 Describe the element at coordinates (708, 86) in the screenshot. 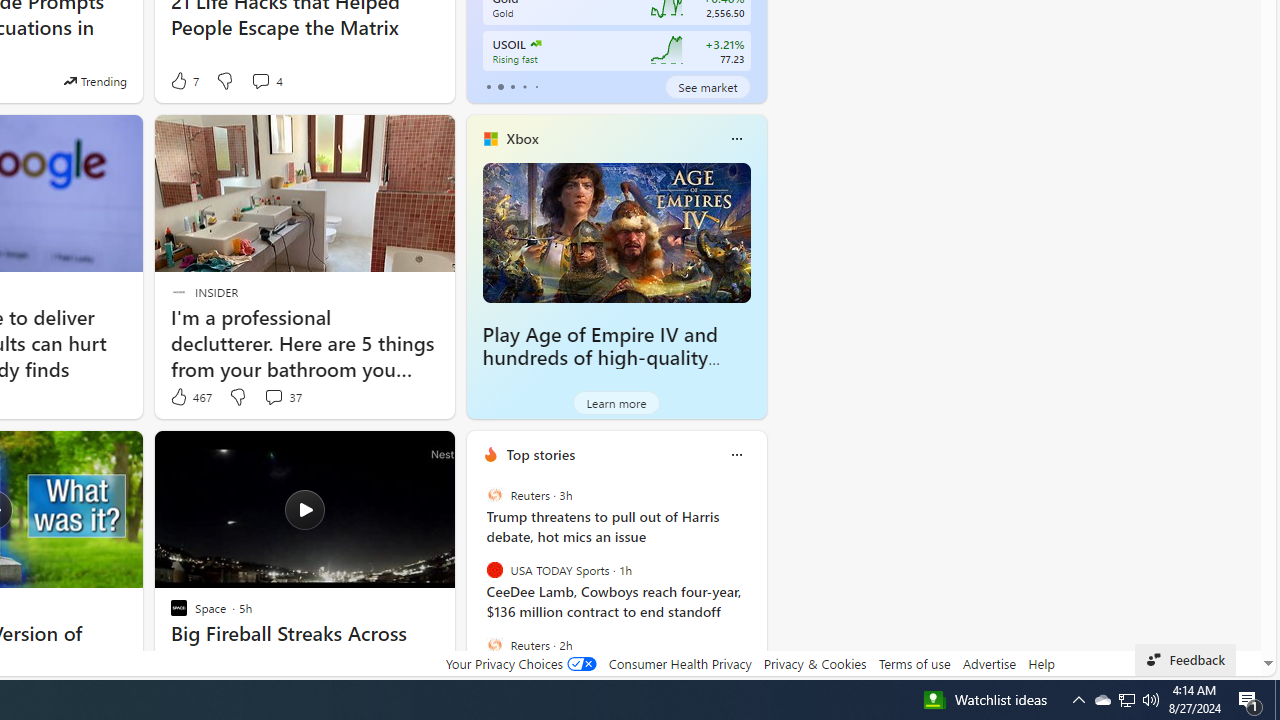

I see `'See market'` at that location.